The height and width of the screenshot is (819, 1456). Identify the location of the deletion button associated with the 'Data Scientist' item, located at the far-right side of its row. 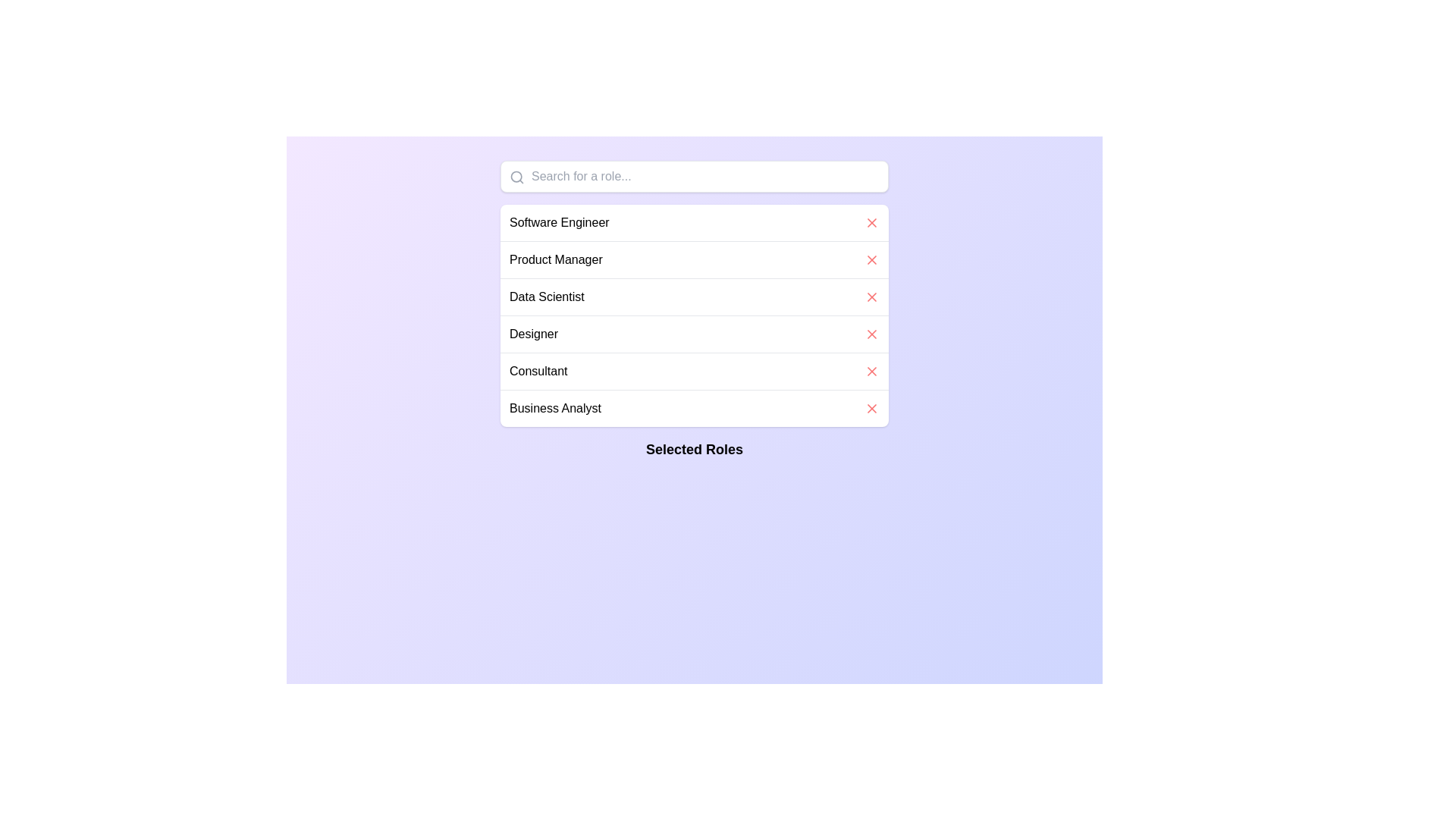
(872, 297).